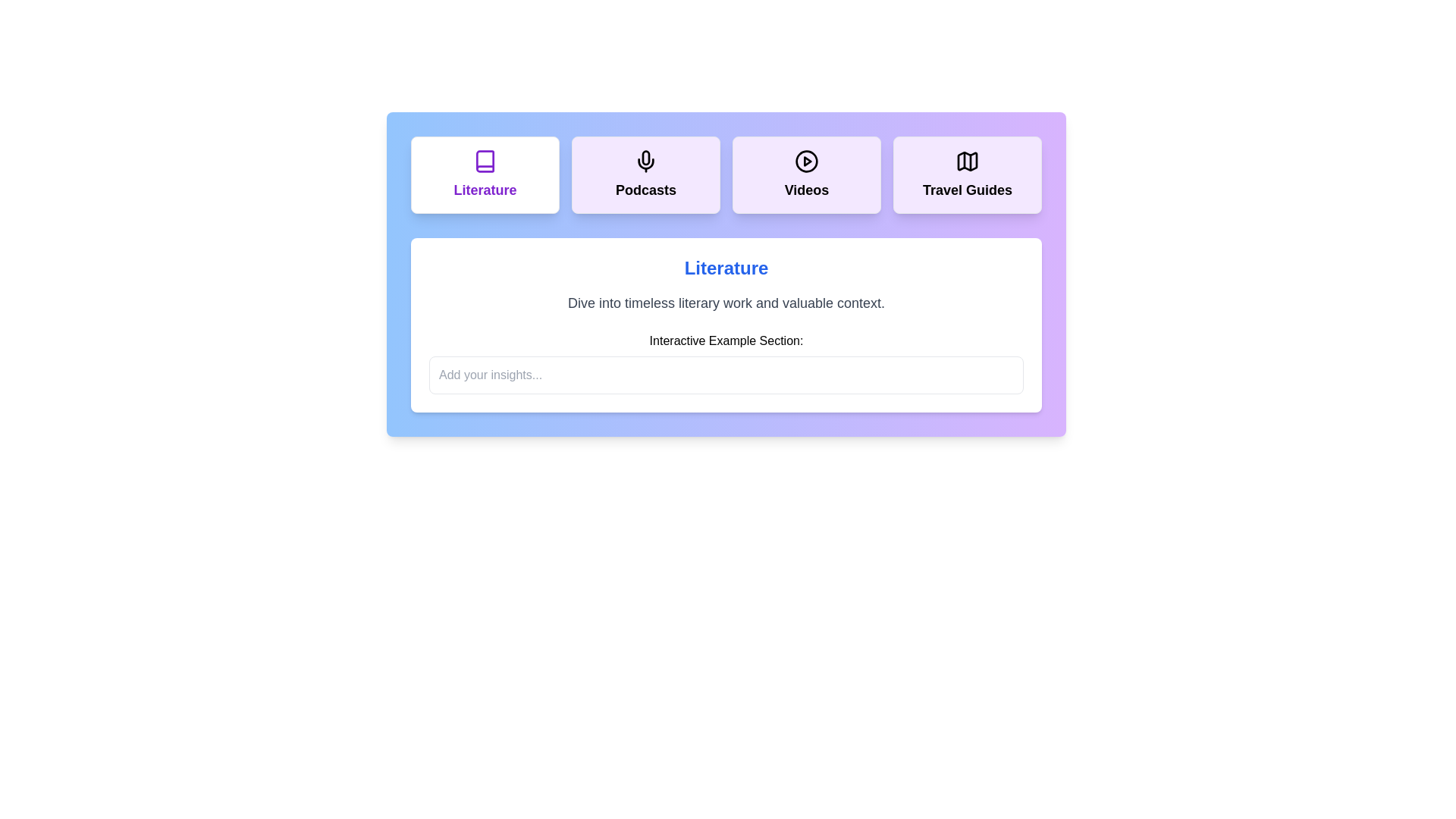 Image resolution: width=1456 pixels, height=819 pixels. I want to click on the tab corresponding to Videos, so click(806, 174).